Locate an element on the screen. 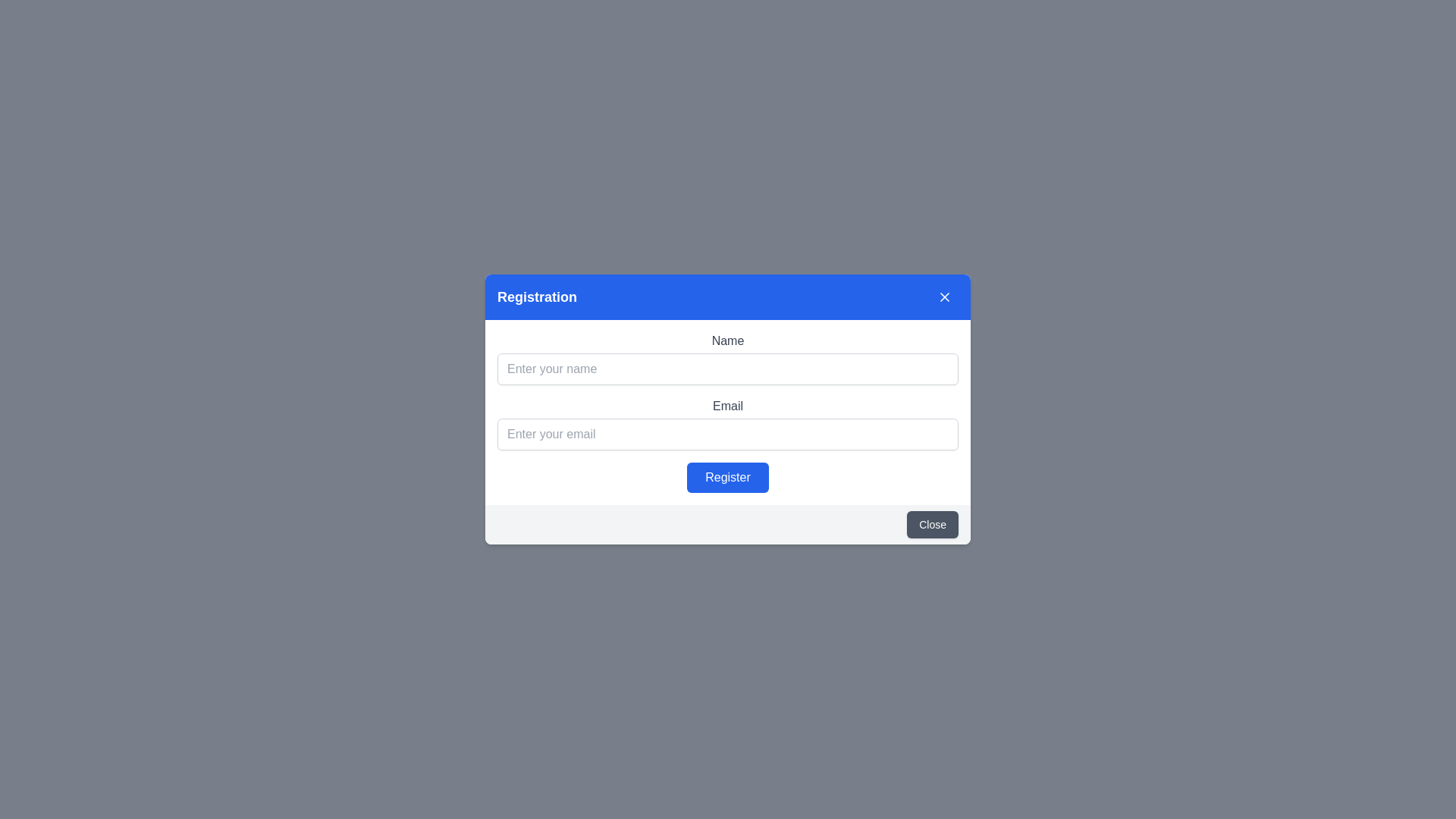  the small circular blue button with a white 'X' icon located in the top-right corner of the modal dialog's header is located at coordinates (943, 297).